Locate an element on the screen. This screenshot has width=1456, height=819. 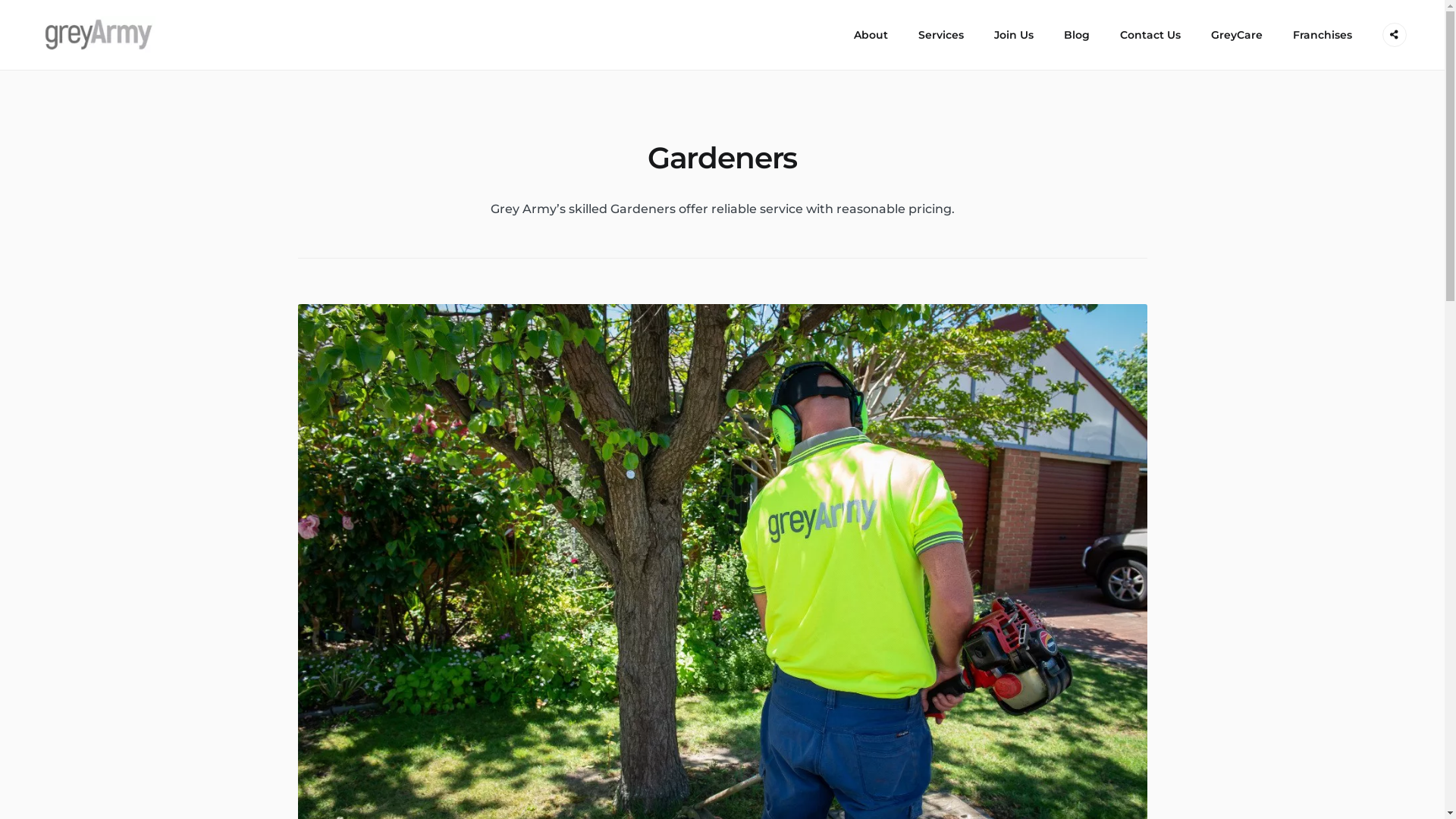
'Franchises' is located at coordinates (1321, 34).